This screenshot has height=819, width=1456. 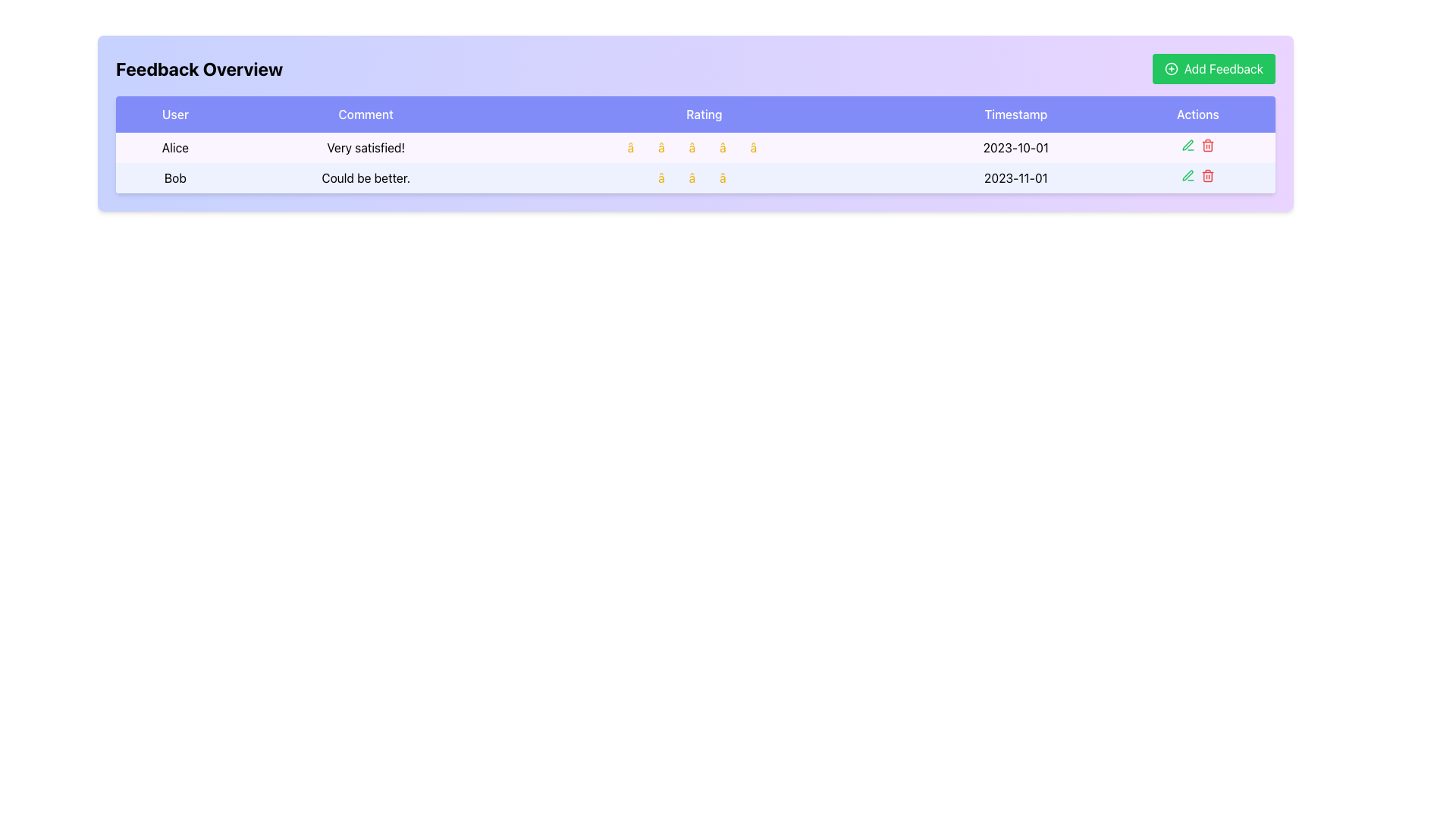 What do you see at coordinates (1187, 145) in the screenshot?
I see `the pen icon in the second row of the feedback table's 'Actions' column, which is adjacent to a trashcan icon` at bounding box center [1187, 145].